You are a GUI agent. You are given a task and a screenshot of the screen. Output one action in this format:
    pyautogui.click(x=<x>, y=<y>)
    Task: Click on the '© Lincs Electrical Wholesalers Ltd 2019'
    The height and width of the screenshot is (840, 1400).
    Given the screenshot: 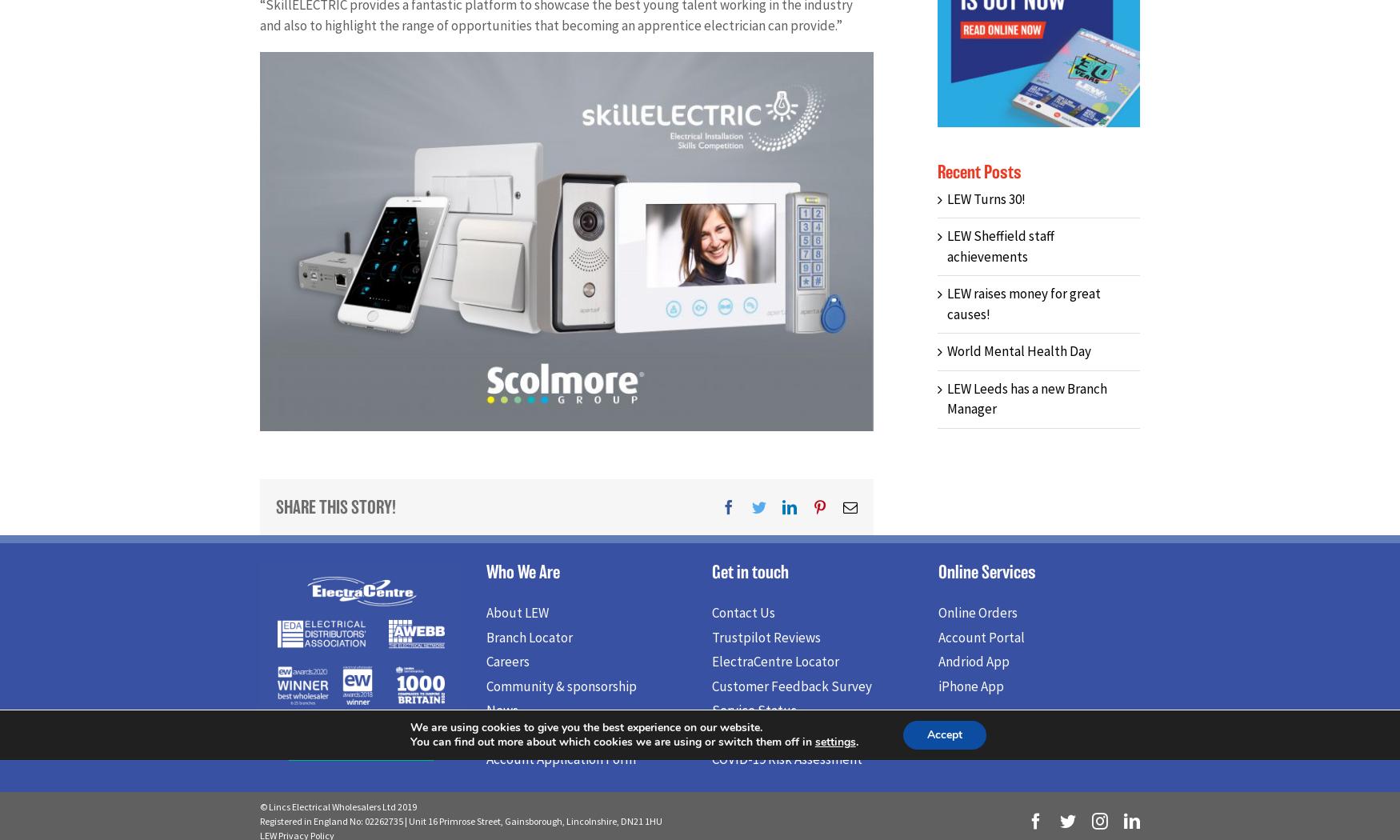 What is the action you would take?
    pyautogui.click(x=337, y=810)
    